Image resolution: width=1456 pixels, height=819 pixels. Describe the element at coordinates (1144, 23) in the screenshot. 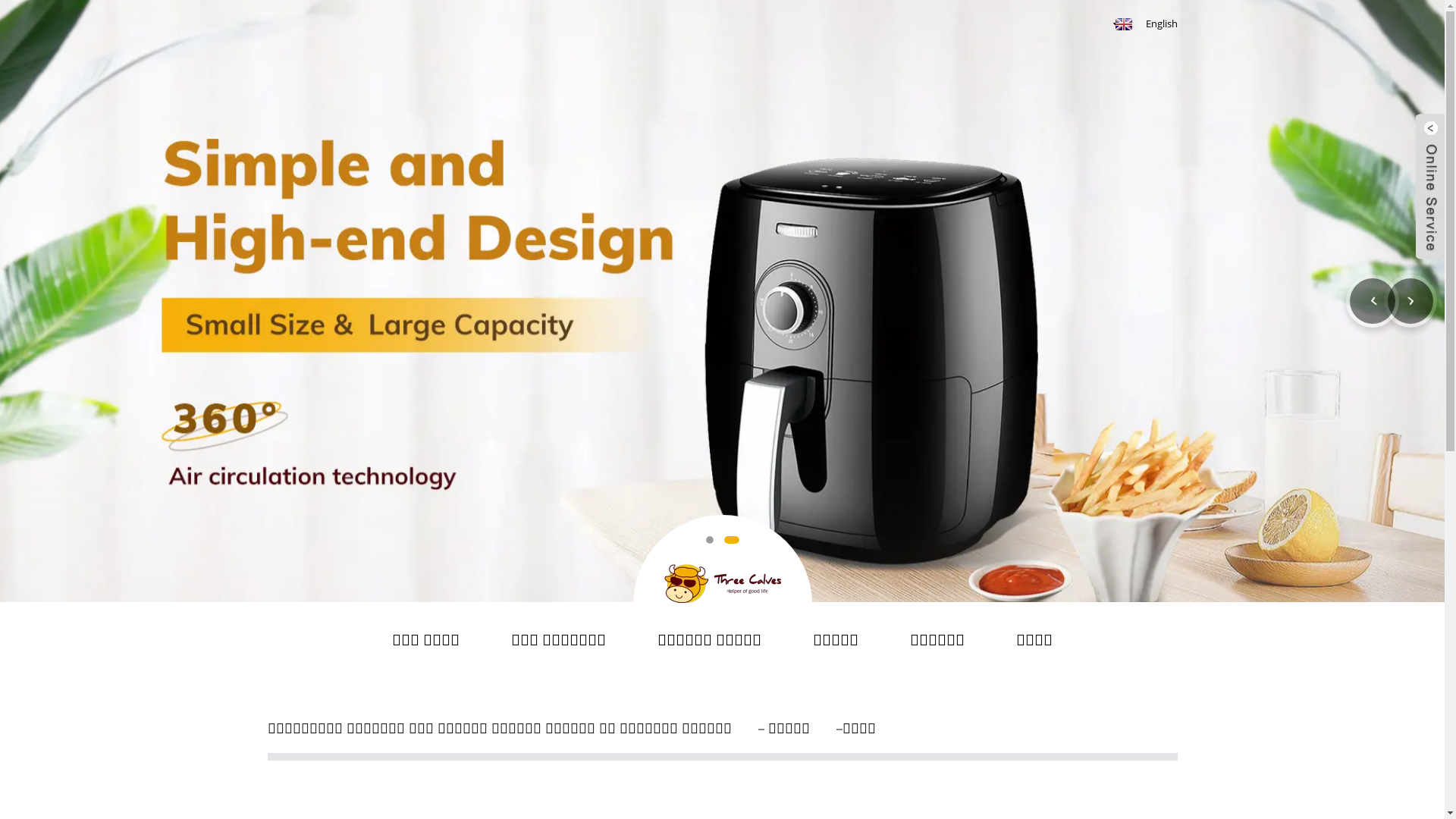

I see `'English'` at that location.